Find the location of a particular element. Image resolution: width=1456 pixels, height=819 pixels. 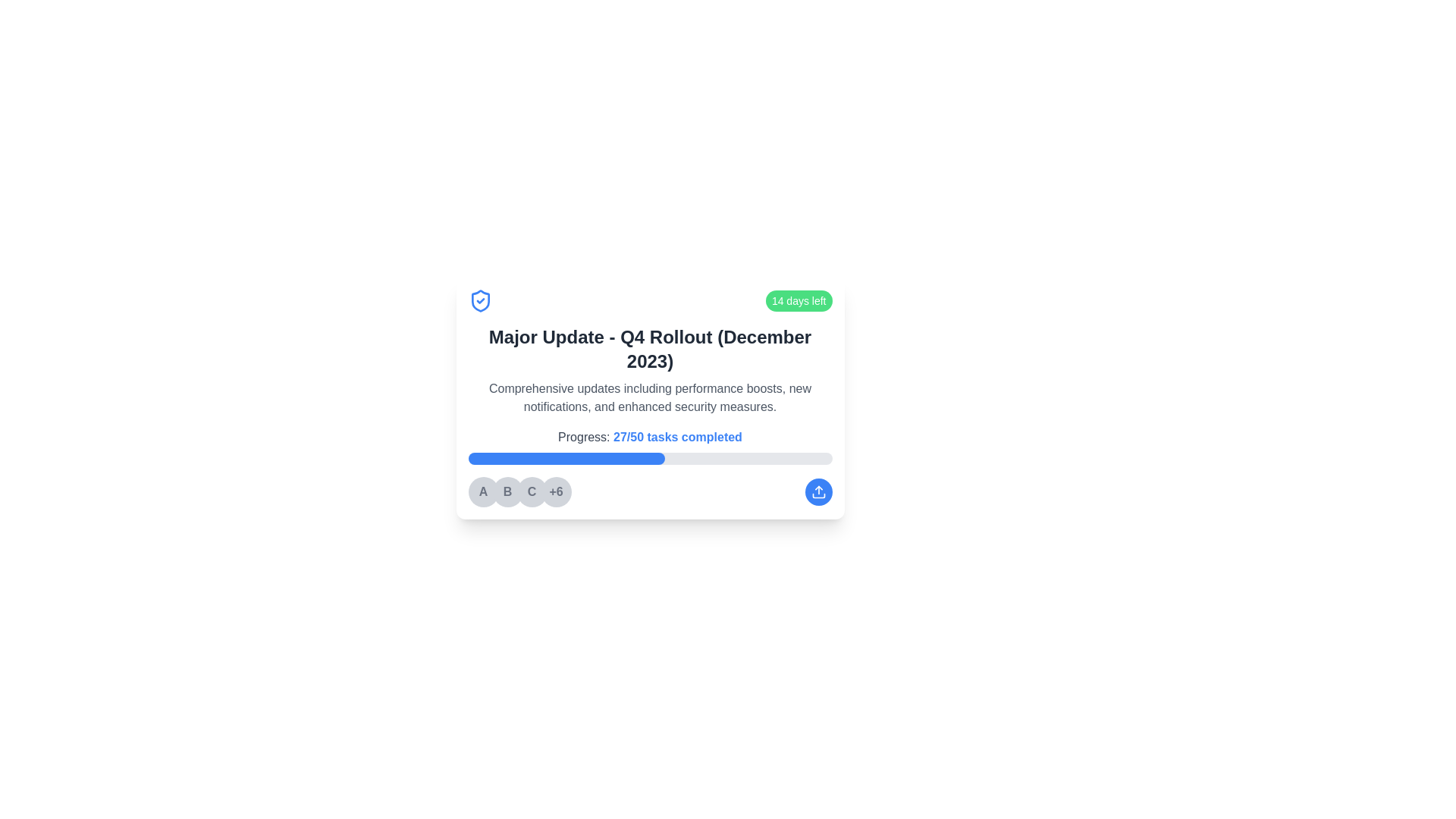

remaining time displayed on the informational label indicating 14 days, located at the top-right corner of the project summary card is located at coordinates (798, 301).